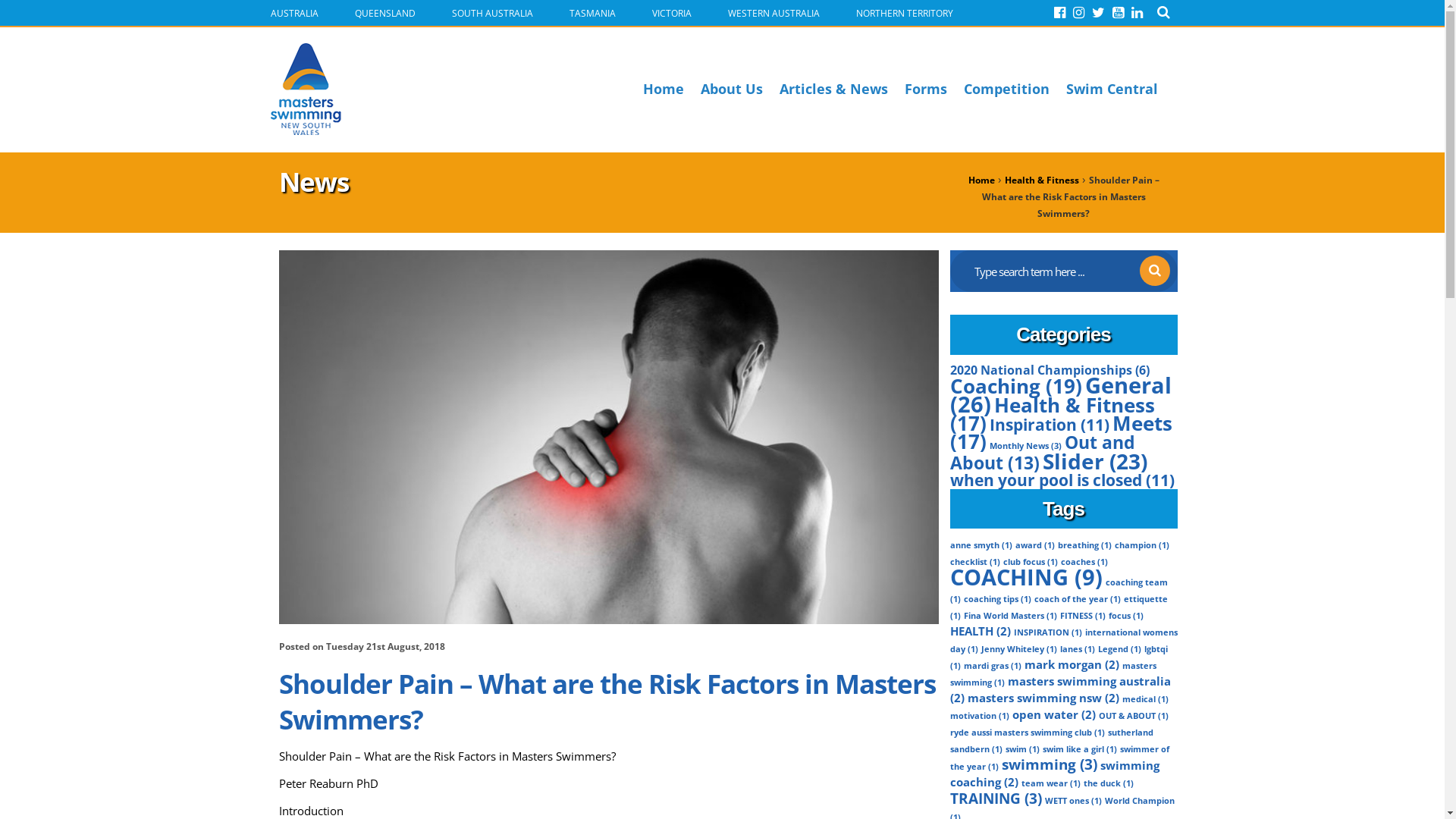 The image size is (1456, 819). Describe the element at coordinates (979, 716) in the screenshot. I see `'motivation (1)'` at that location.